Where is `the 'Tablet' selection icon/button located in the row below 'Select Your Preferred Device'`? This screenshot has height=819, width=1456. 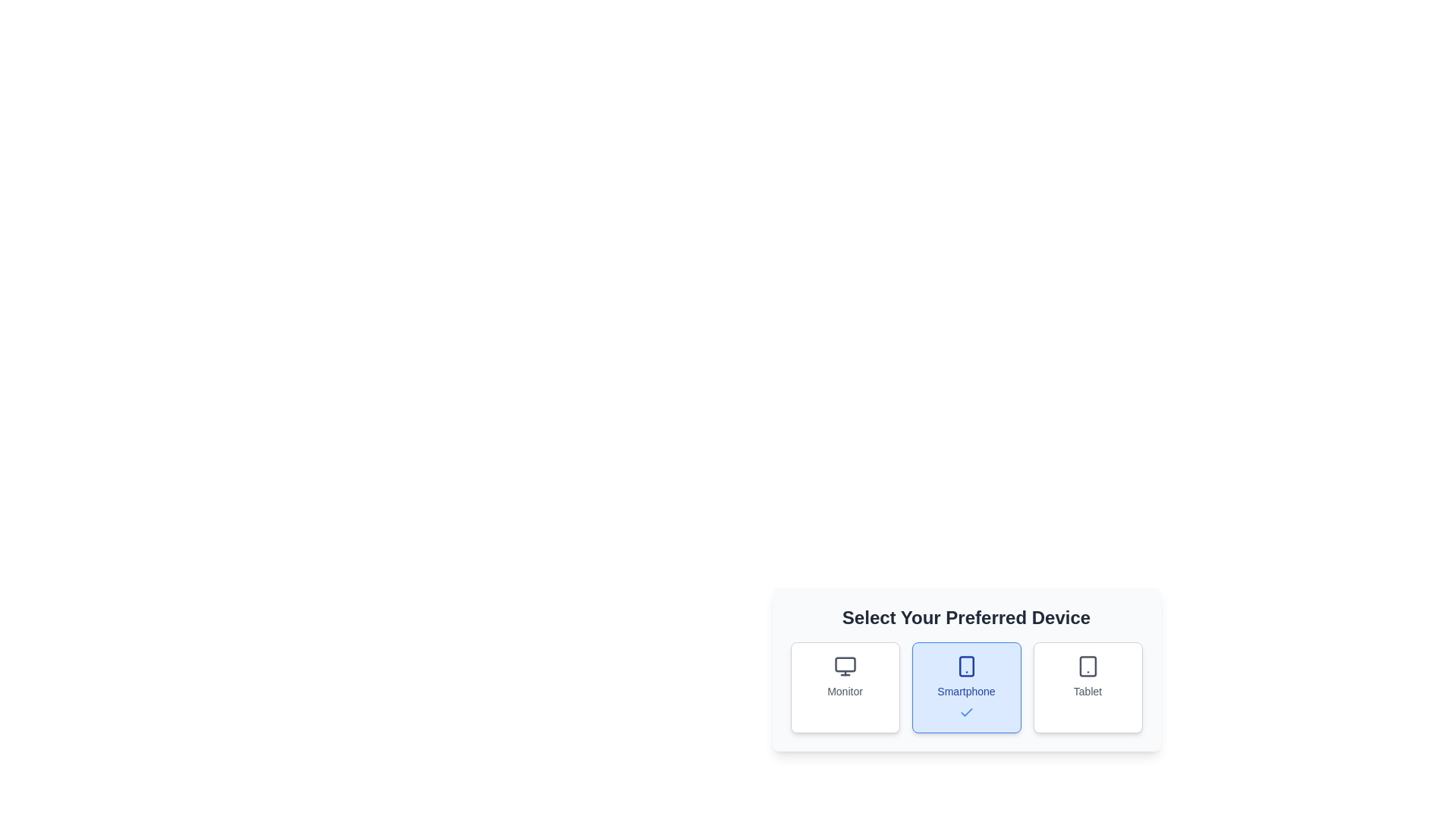 the 'Tablet' selection icon/button located in the row below 'Select Your Preferred Device' is located at coordinates (1087, 666).